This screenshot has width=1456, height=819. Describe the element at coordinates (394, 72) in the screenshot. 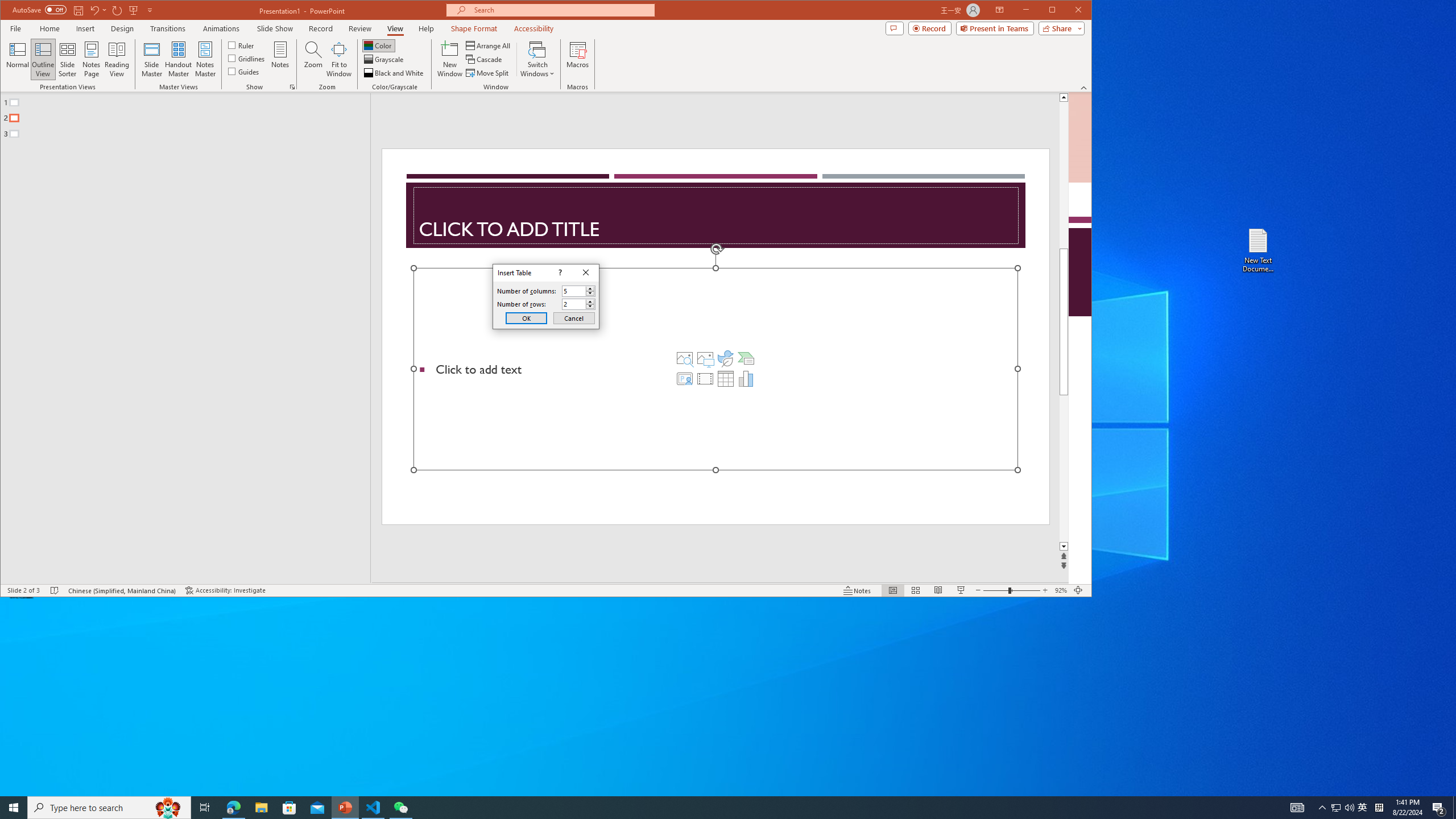

I see `'Black and White'` at that location.